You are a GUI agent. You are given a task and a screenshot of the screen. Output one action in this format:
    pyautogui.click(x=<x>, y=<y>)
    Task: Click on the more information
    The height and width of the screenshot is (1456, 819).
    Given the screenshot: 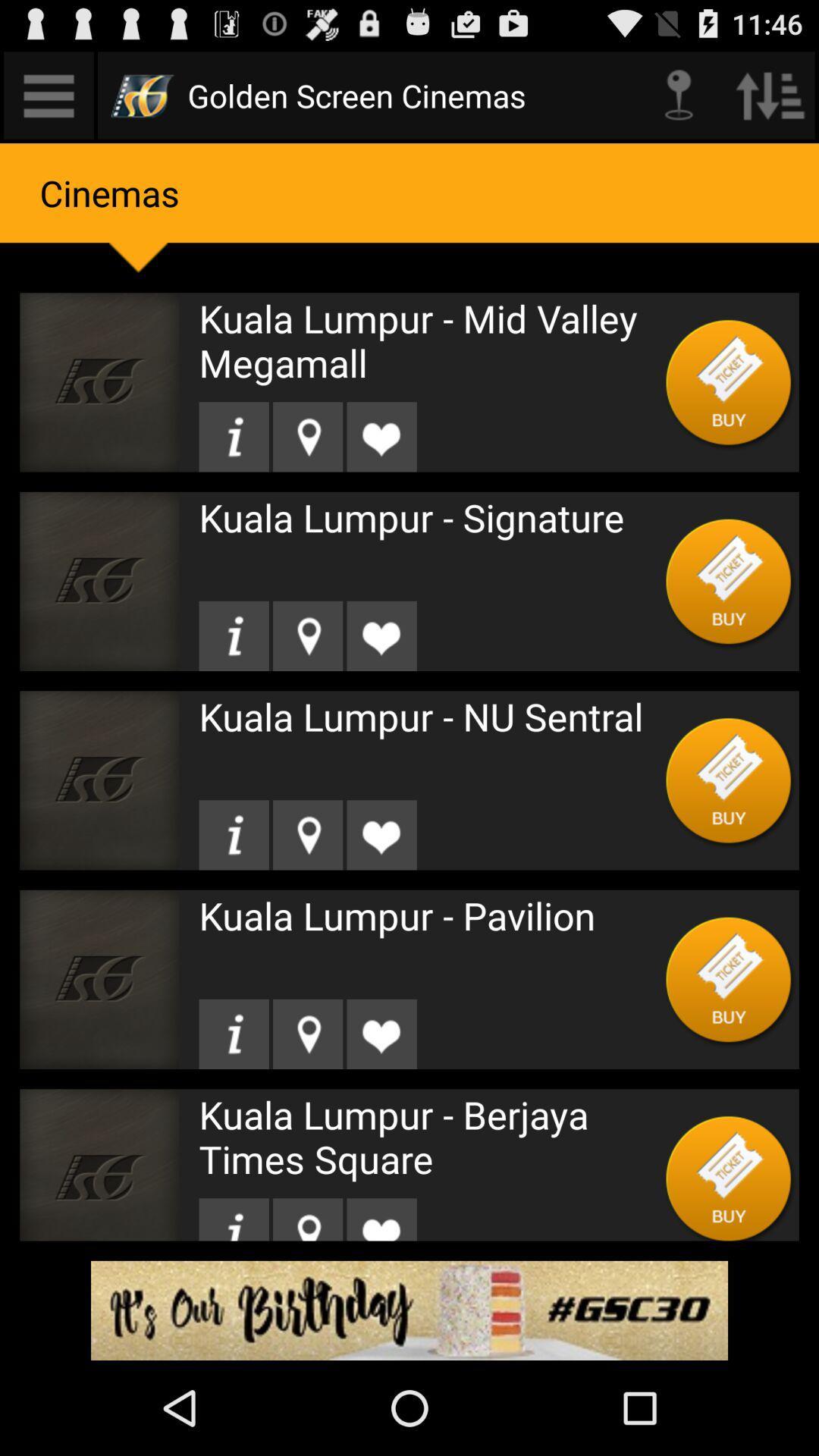 What is the action you would take?
    pyautogui.click(x=234, y=834)
    